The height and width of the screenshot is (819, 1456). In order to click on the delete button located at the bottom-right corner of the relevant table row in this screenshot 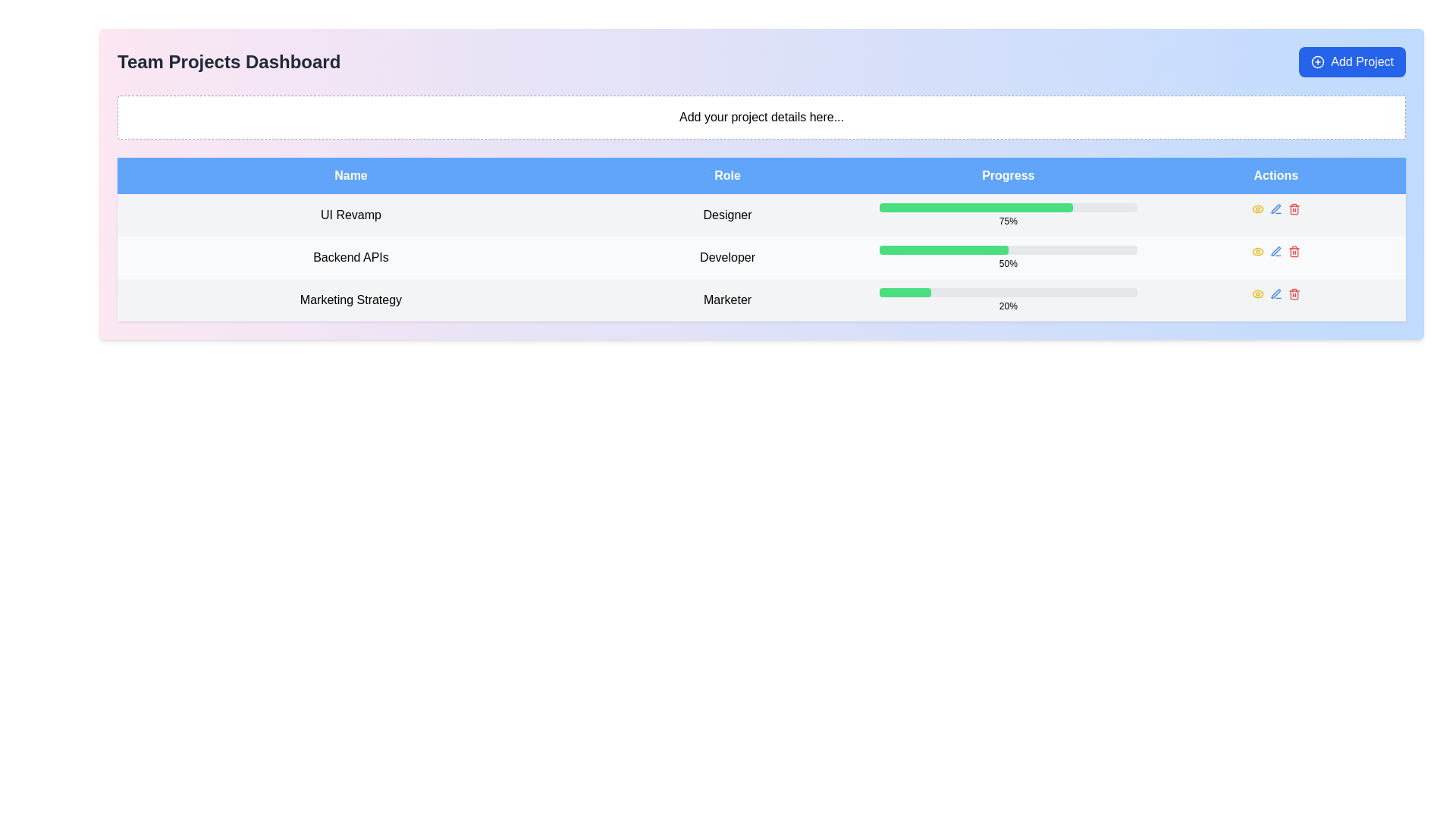, I will do `click(1293, 209)`.